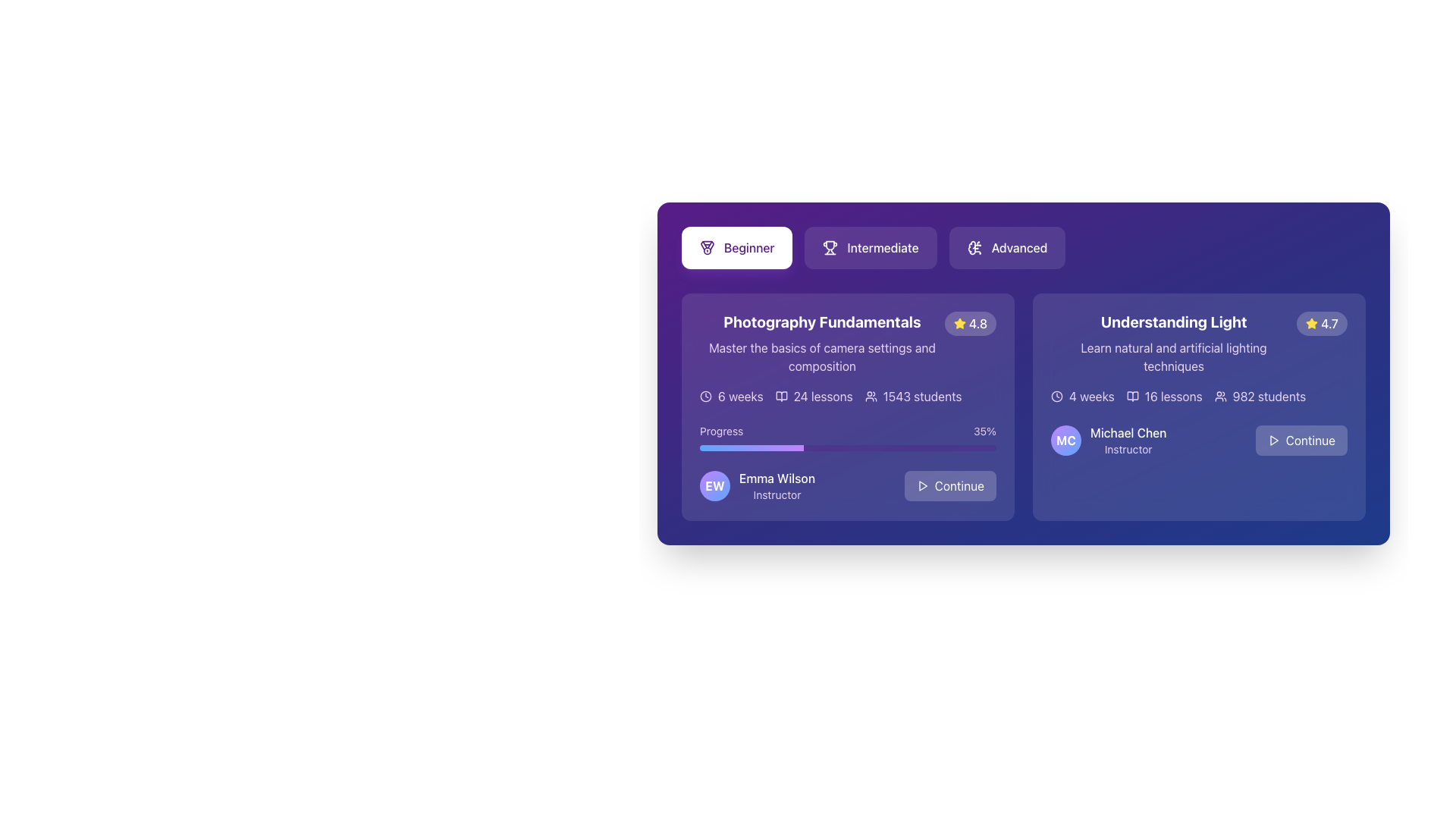  I want to click on the informational text element displaying '4 weeks', '16 lessons', and '982 students', which is located in the lower portion of the 'Understanding Light' card, just above the instructor's name and the Continue button, so click(1198, 396).